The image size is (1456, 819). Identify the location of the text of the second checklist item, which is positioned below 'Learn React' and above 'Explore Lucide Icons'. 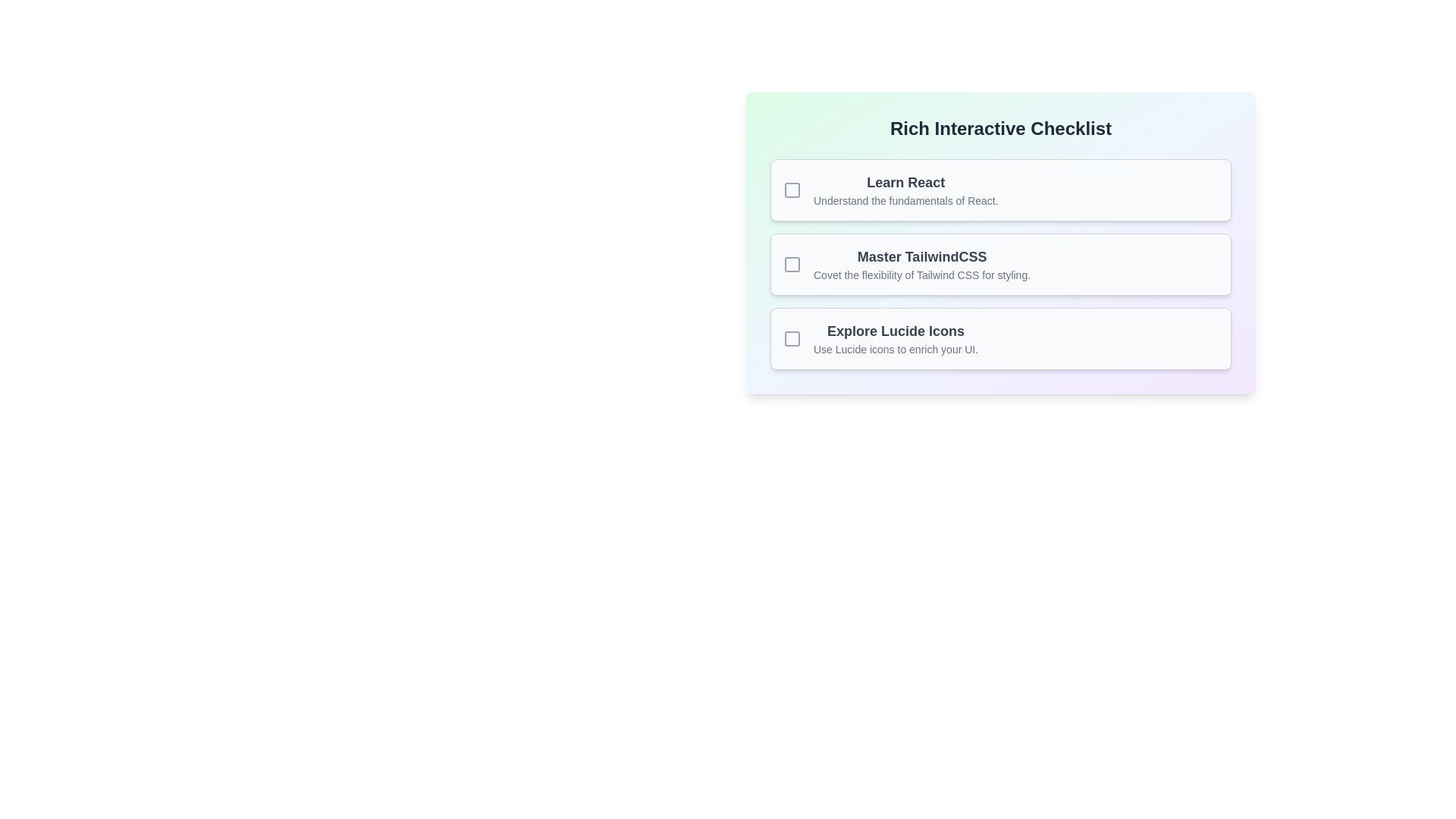
(1001, 263).